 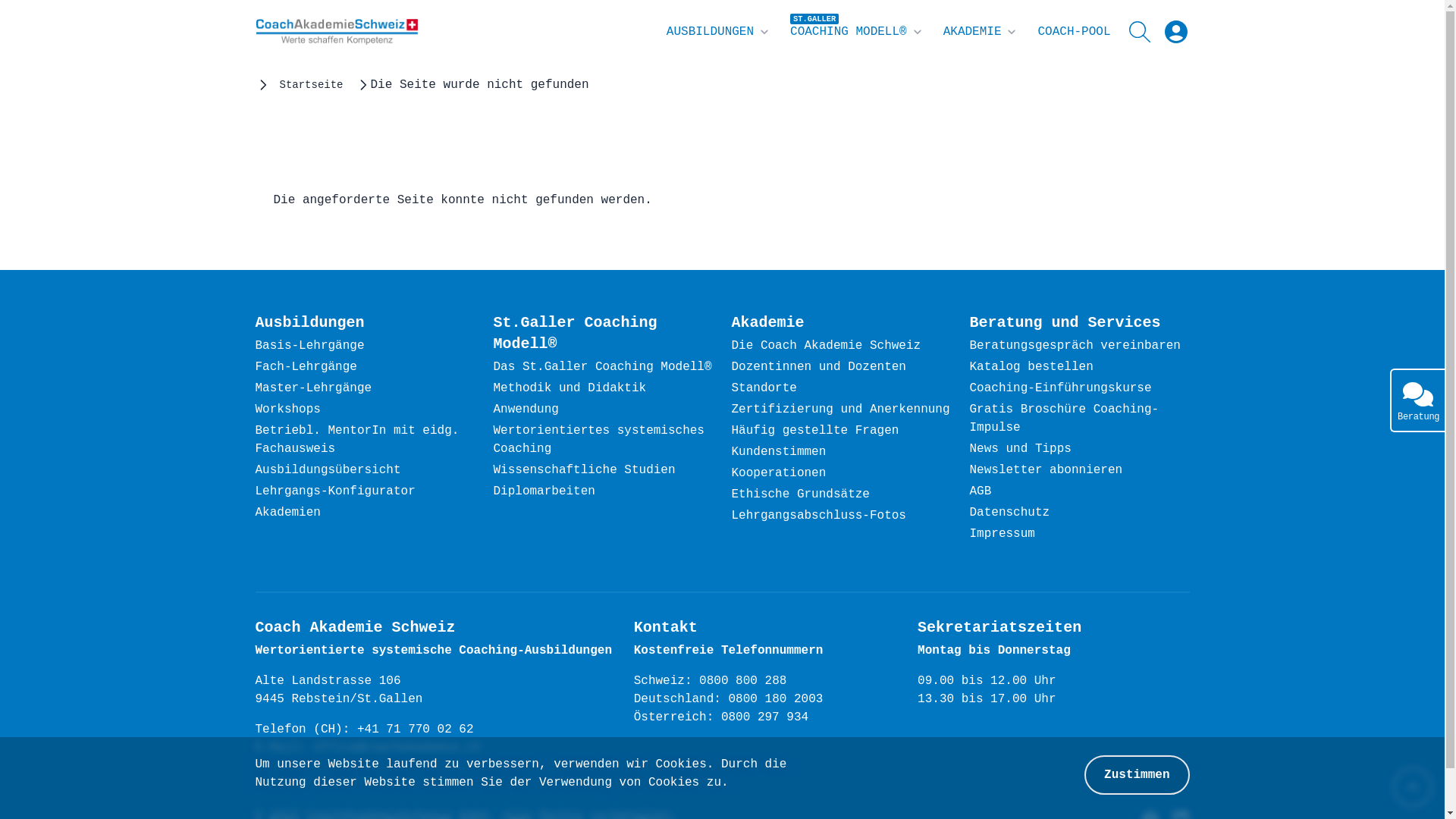 I want to click on '0800 180 2003', so click(x=776, y=699).